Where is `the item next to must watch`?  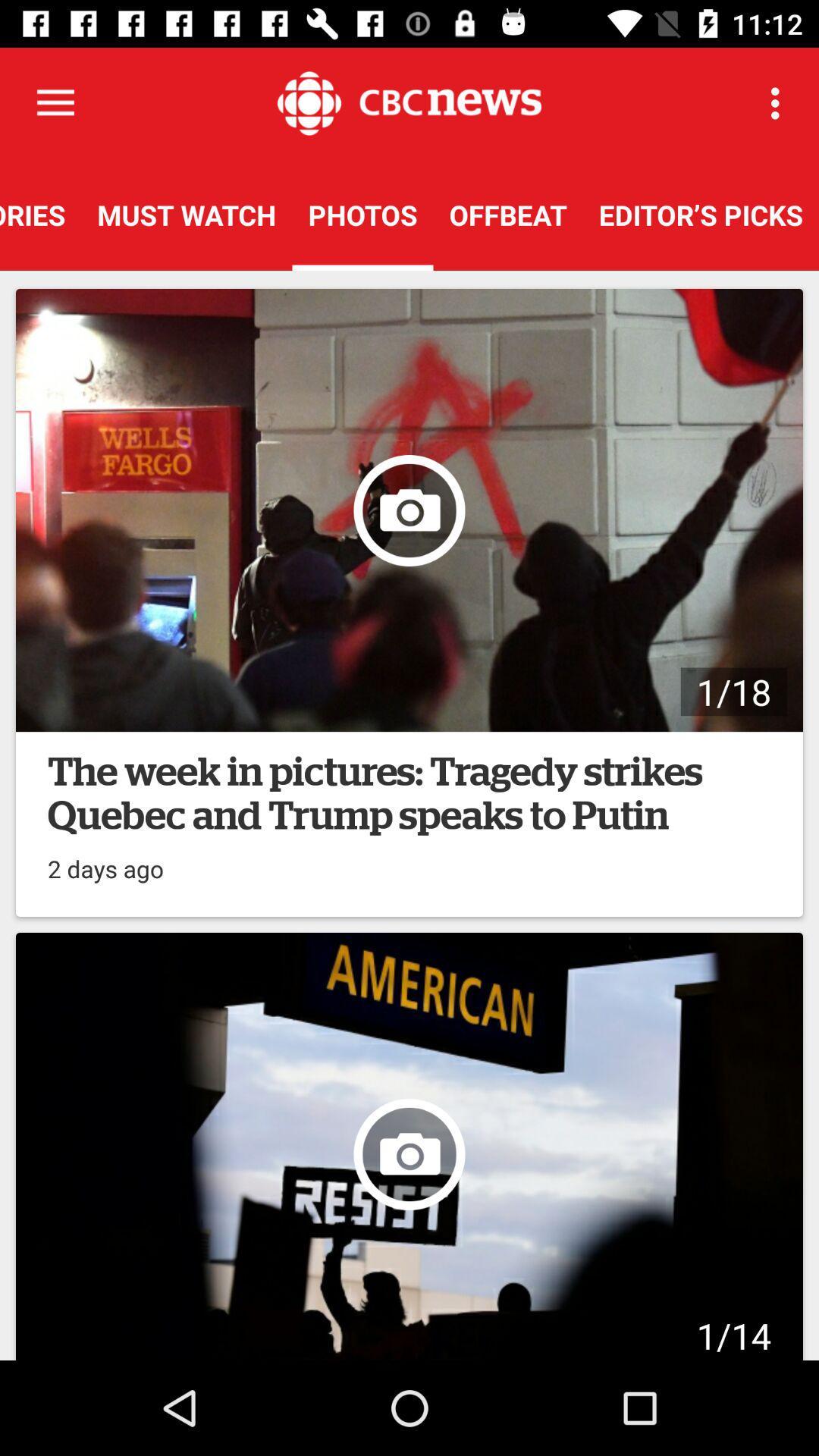 the item next to must watch is located at coordinates (39, 214).